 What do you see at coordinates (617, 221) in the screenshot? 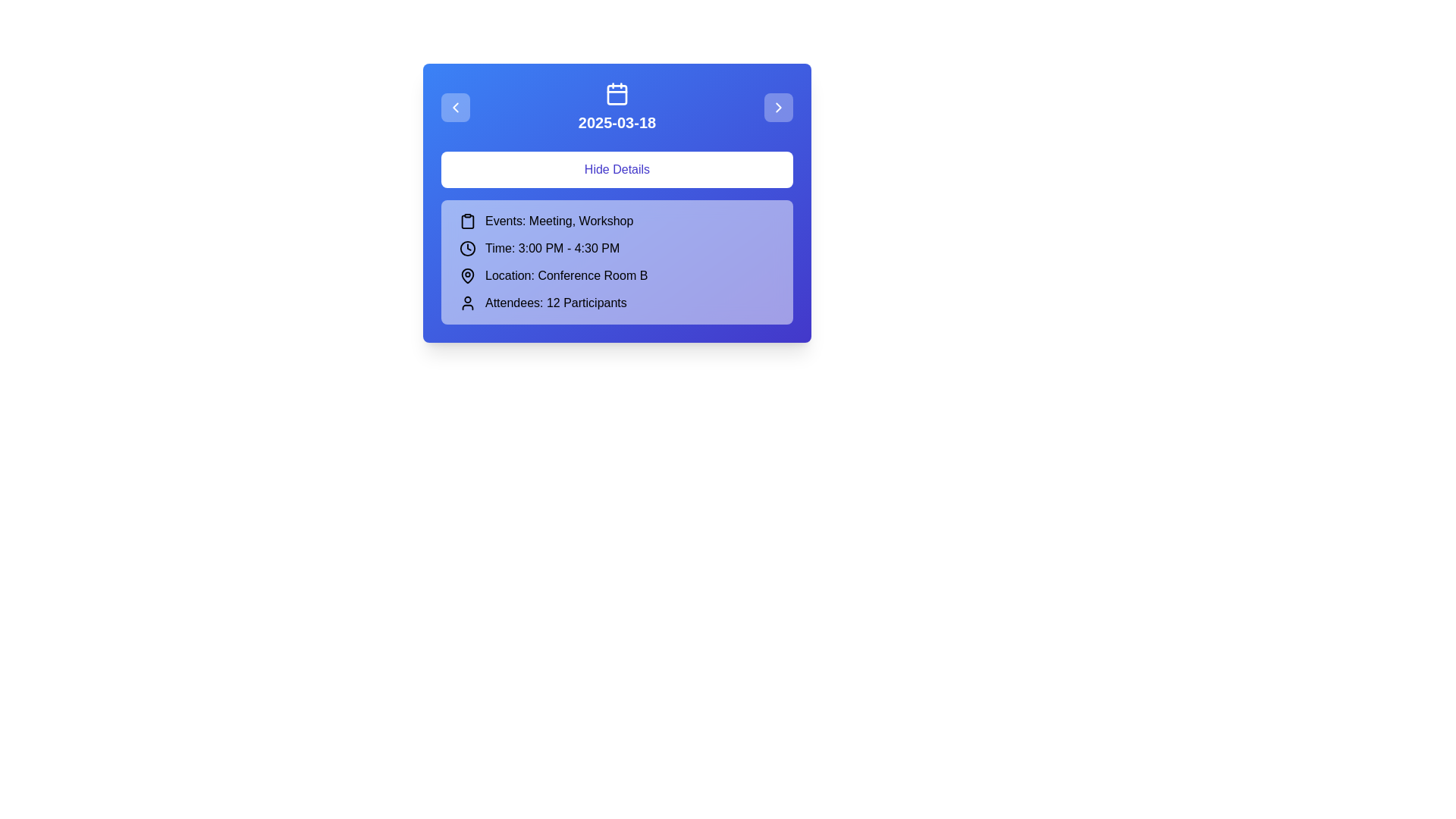
I see `the text element 'Events: Meeting, Workshop' with a calendar icon on its left, which is positioned near the top-left corner of the panel` at bounding box center [617, 221].